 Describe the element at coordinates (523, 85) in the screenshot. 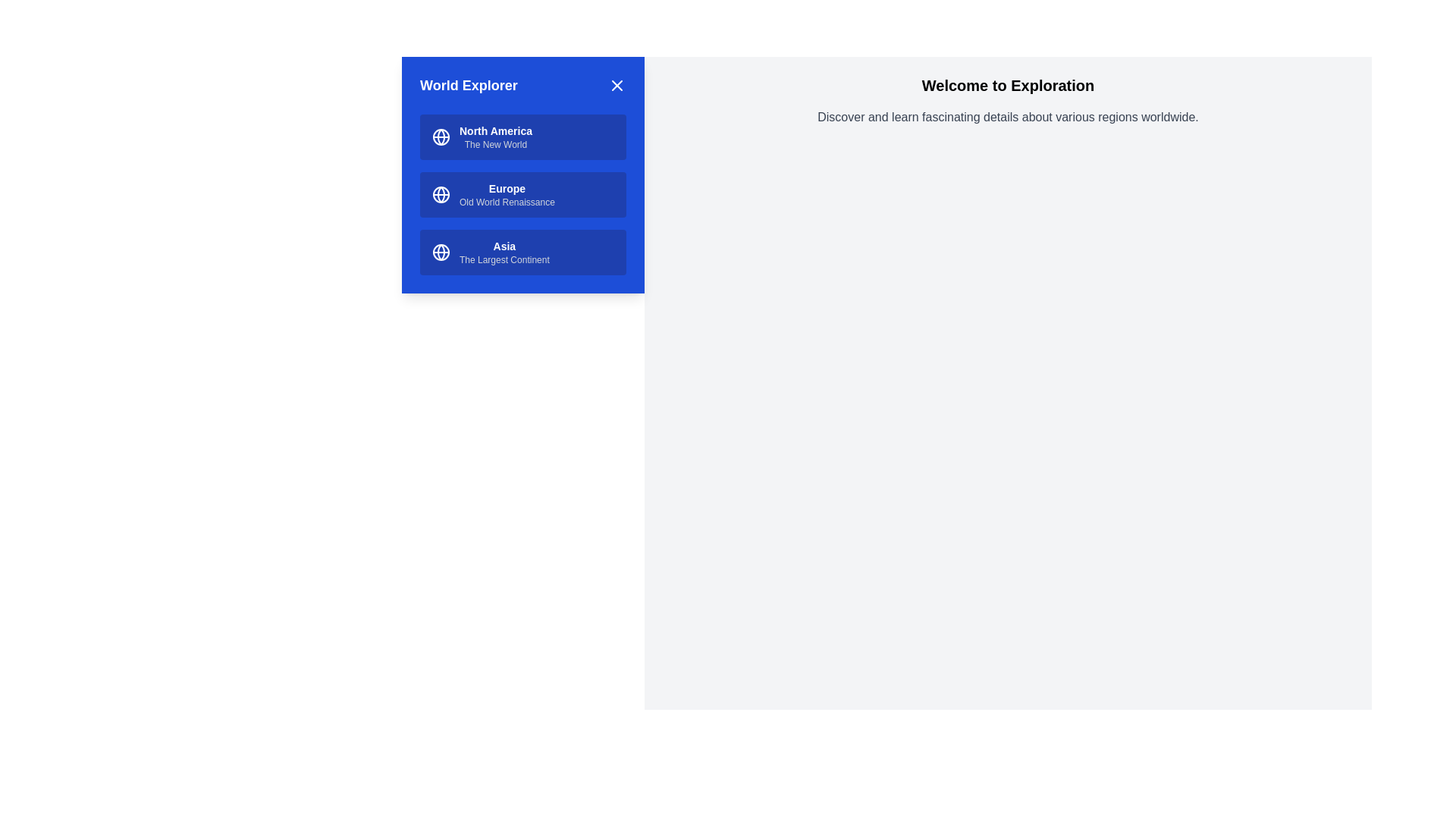

I see `the header text 'World Explorer'` at that location.